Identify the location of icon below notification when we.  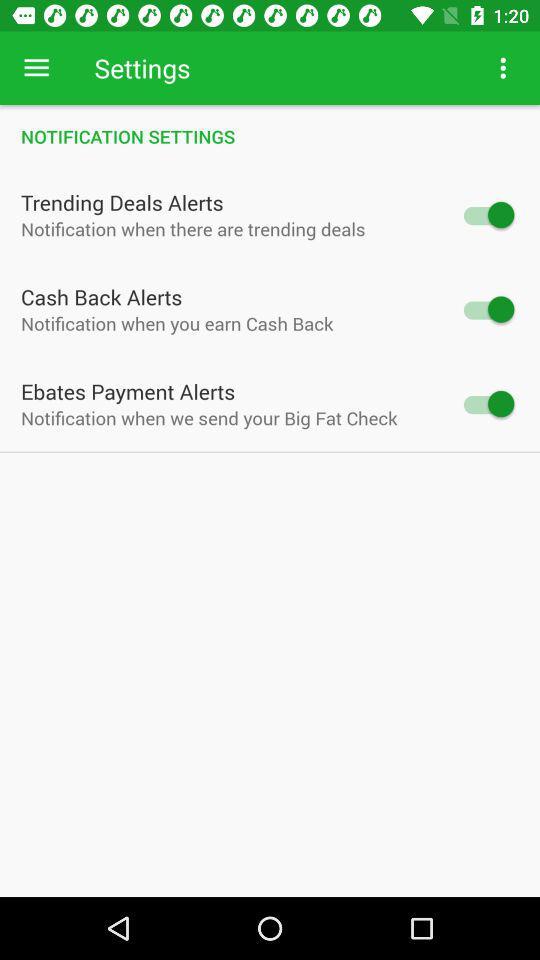
(270, 452).